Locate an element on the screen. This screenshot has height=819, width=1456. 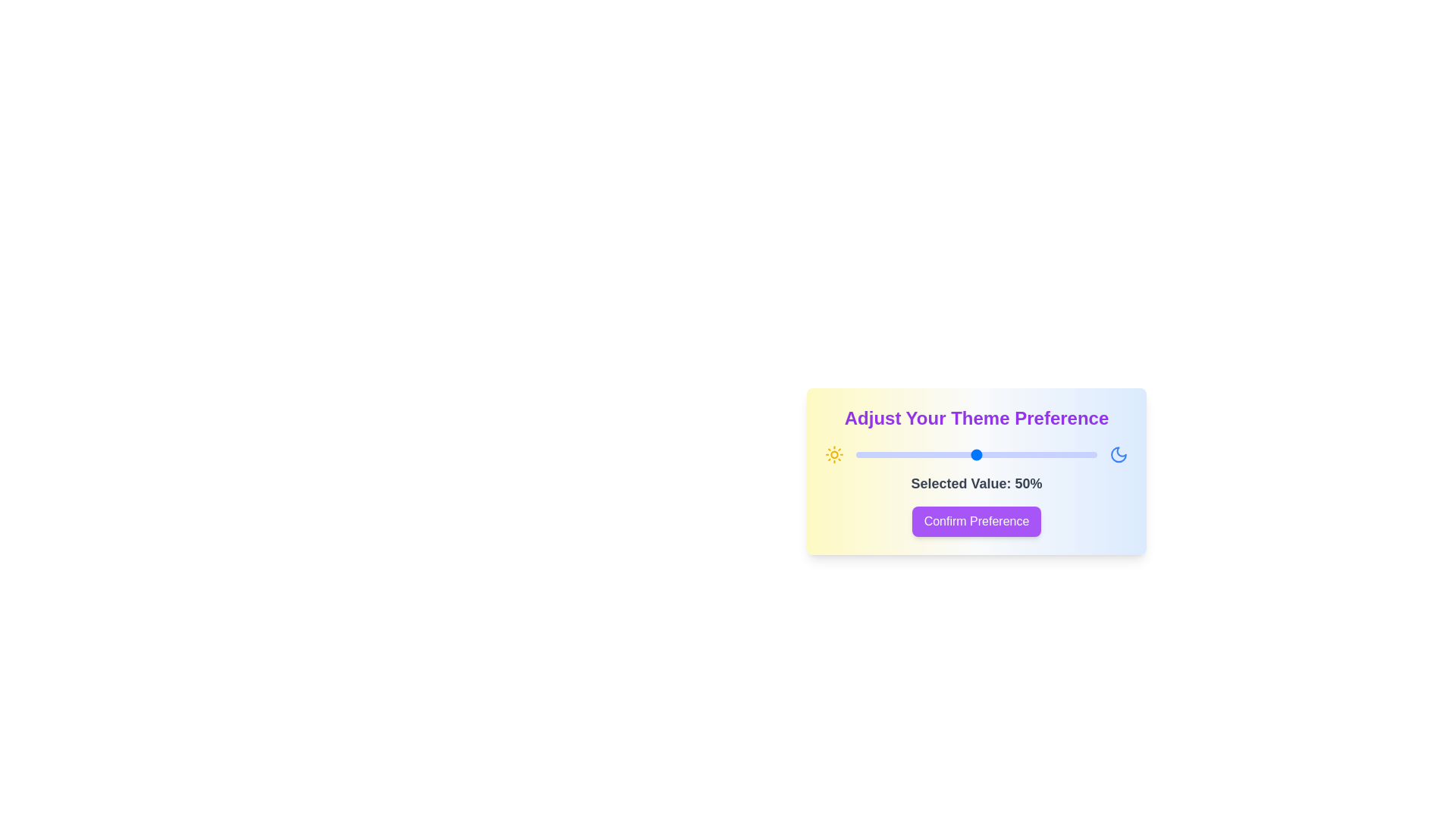
the theme slider is located at coordinates (1048, 454).